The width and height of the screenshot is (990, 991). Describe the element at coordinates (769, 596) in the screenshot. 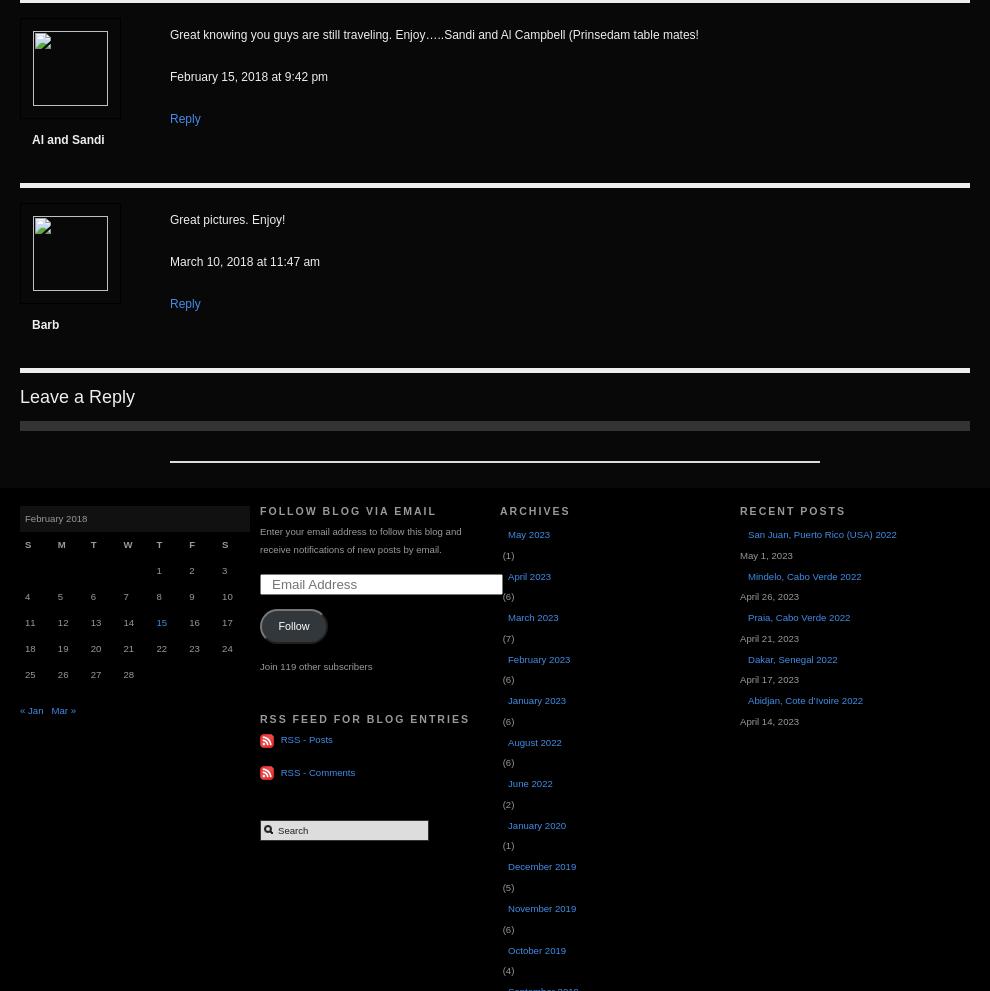

I see `'April 26, 2023'` at that location.